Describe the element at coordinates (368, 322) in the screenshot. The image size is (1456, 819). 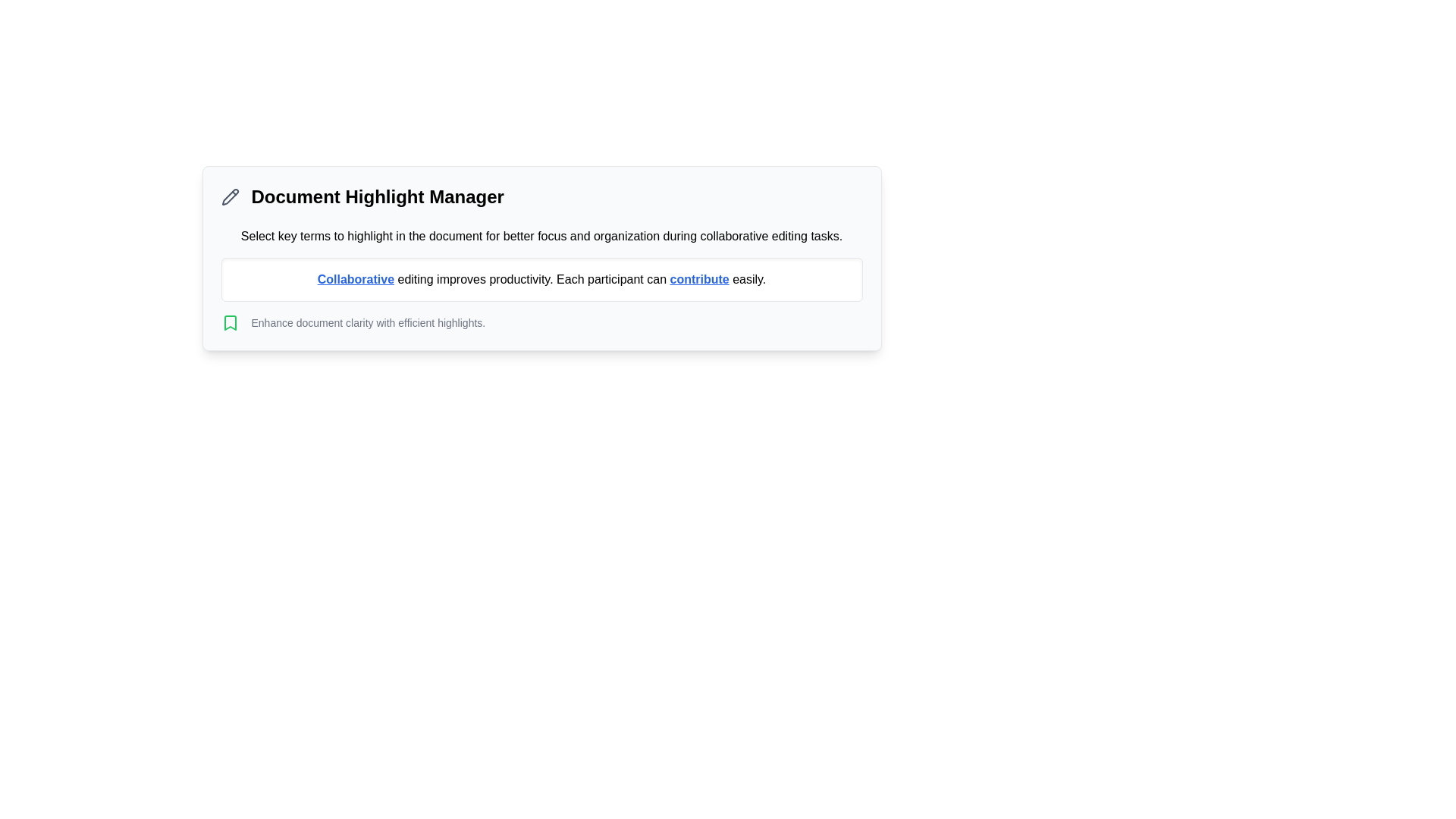
I see `the supplementary information text element that encourages document clarity, located below the 'Document Highlight Manager' heading` at that location.